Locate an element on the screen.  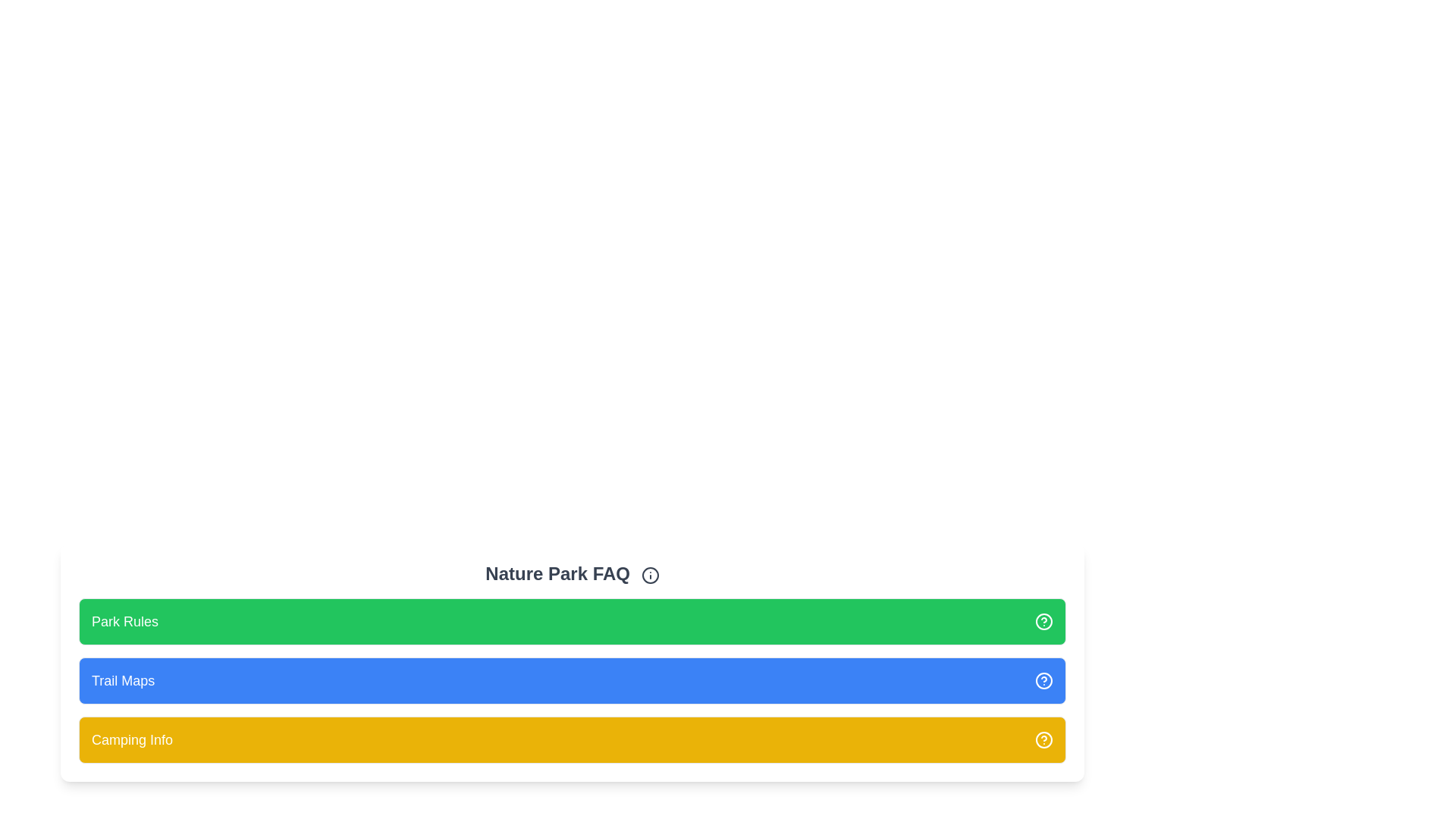
circular icon with a blue stroke and white background located on the right side of the blue rectangular button labeled 'Trail Maps' is located at coordinates (1043, 680).